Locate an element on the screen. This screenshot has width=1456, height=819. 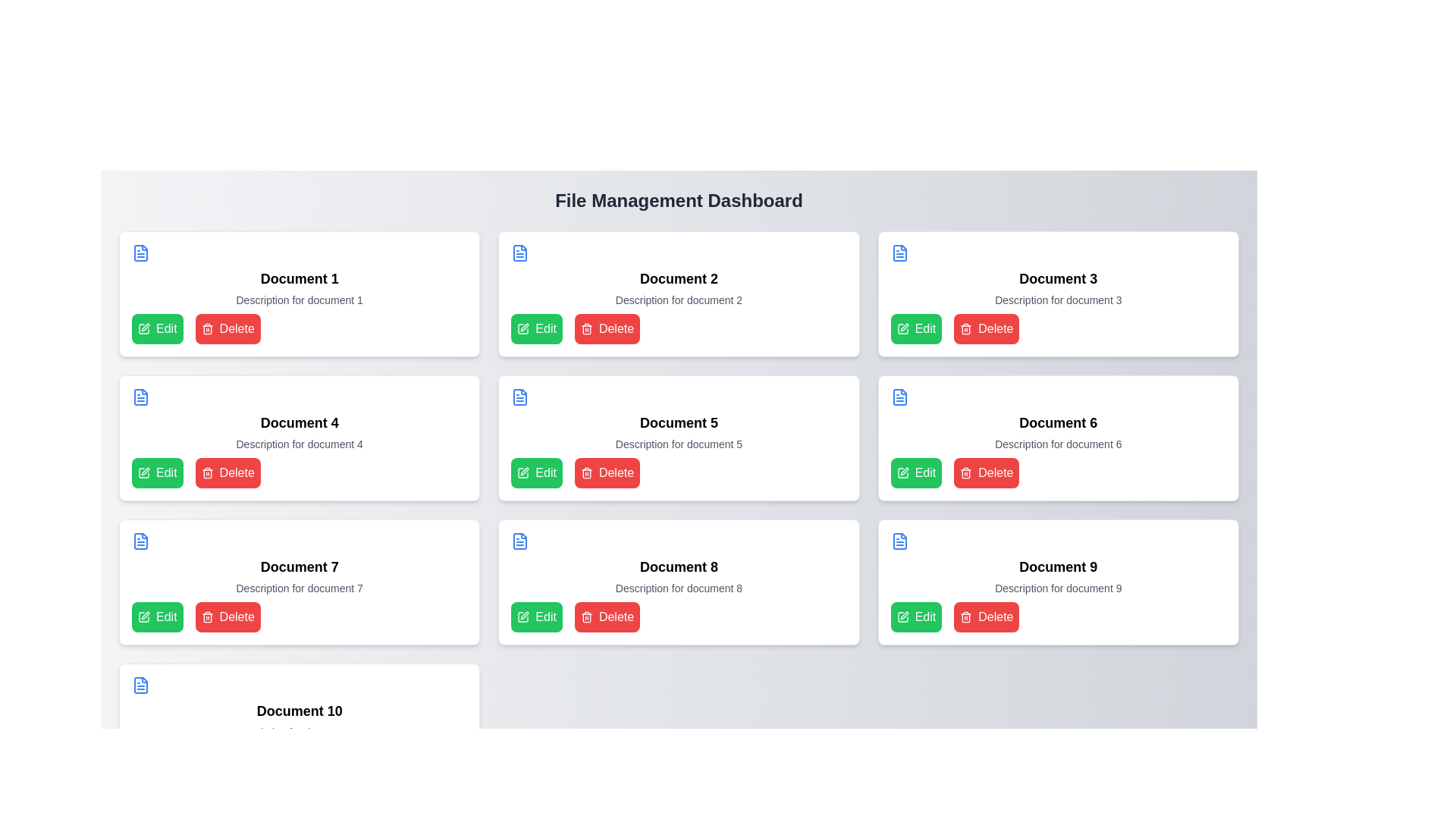
the primary rectangular body of the document icon in the card labeled 'Document 5' located in the second row, middle column of the layout is located at coordinates (520, 397).